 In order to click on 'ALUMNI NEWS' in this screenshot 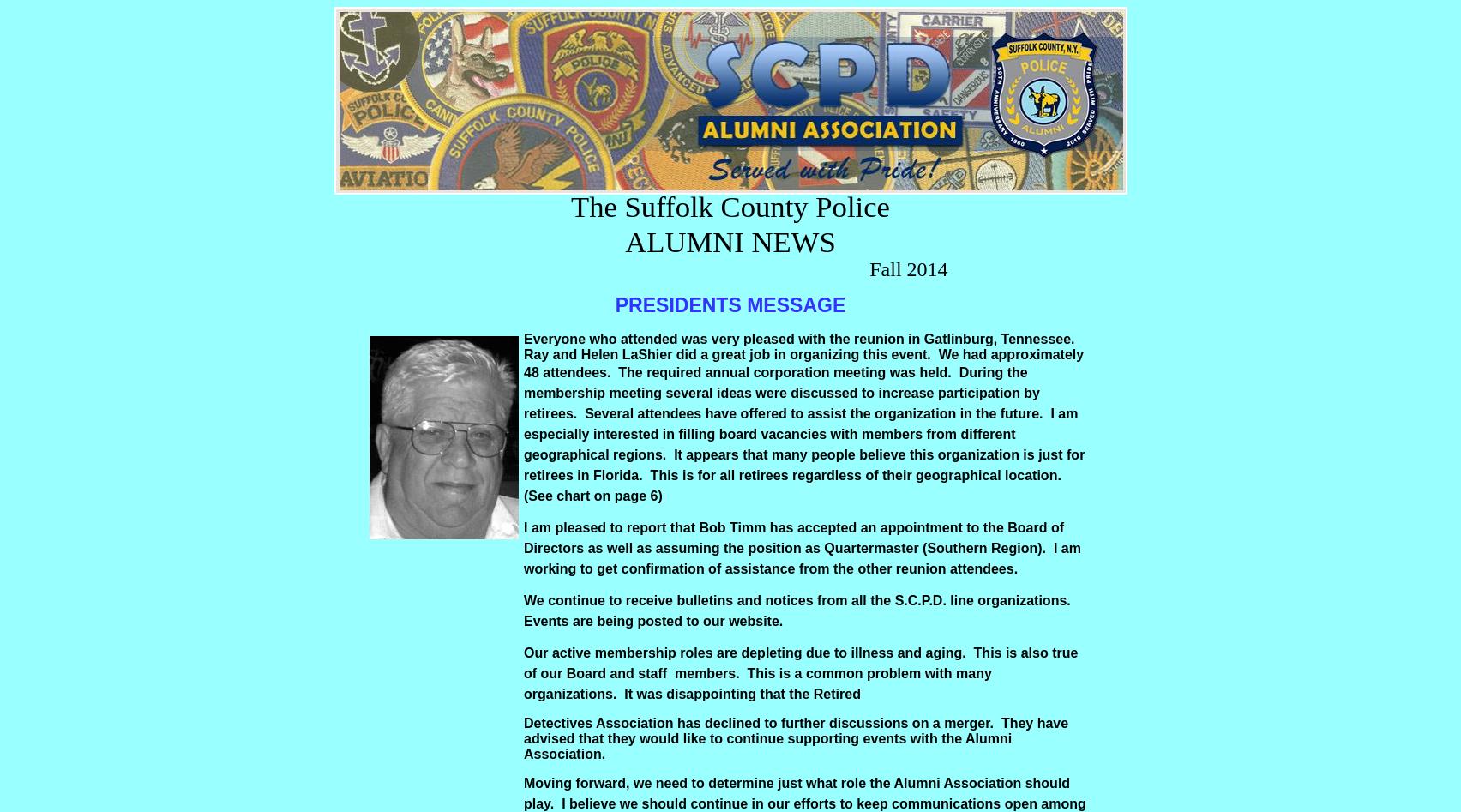, I will do `click(729, 242)`.